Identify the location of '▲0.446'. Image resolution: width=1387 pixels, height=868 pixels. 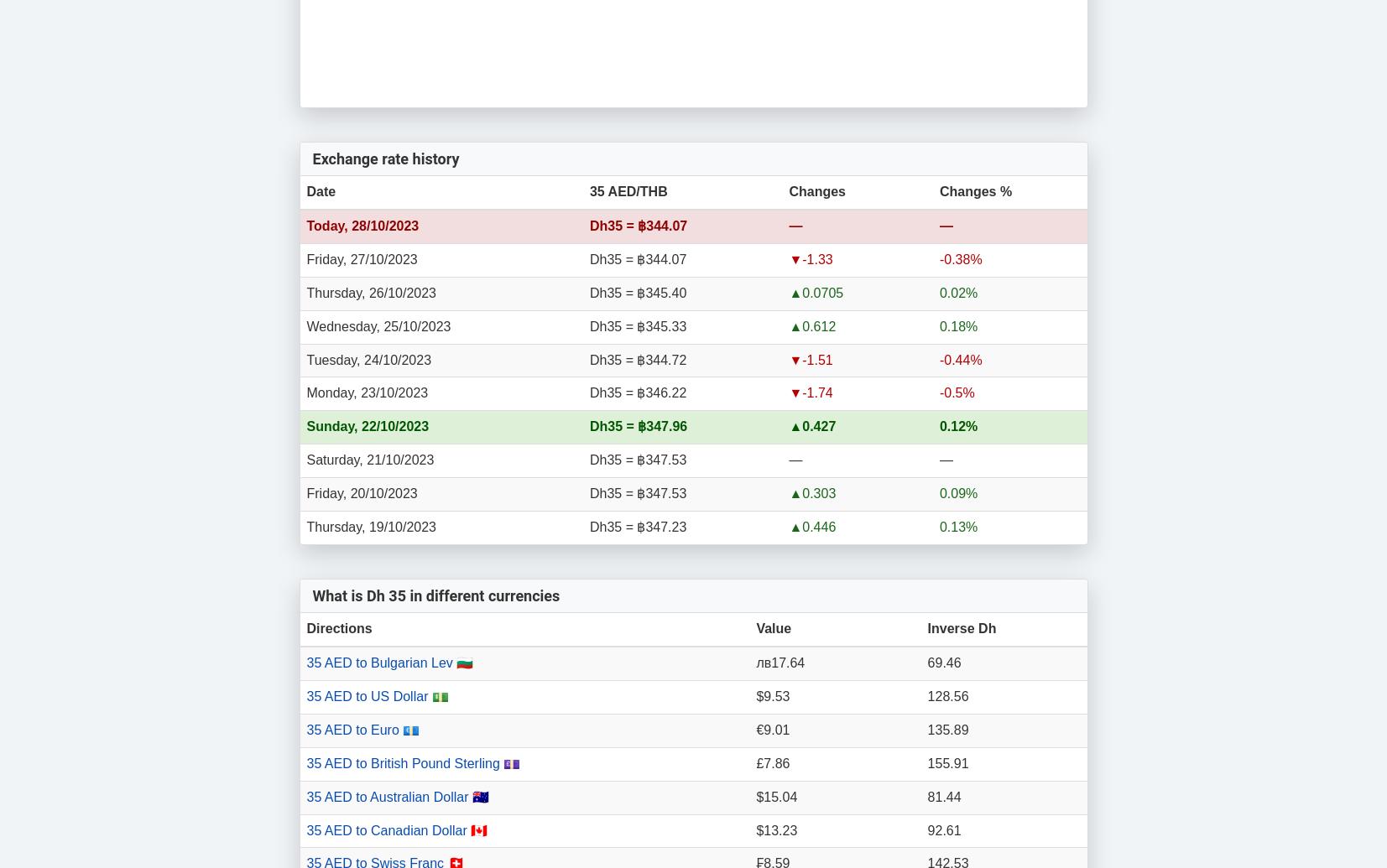
(811, 525).